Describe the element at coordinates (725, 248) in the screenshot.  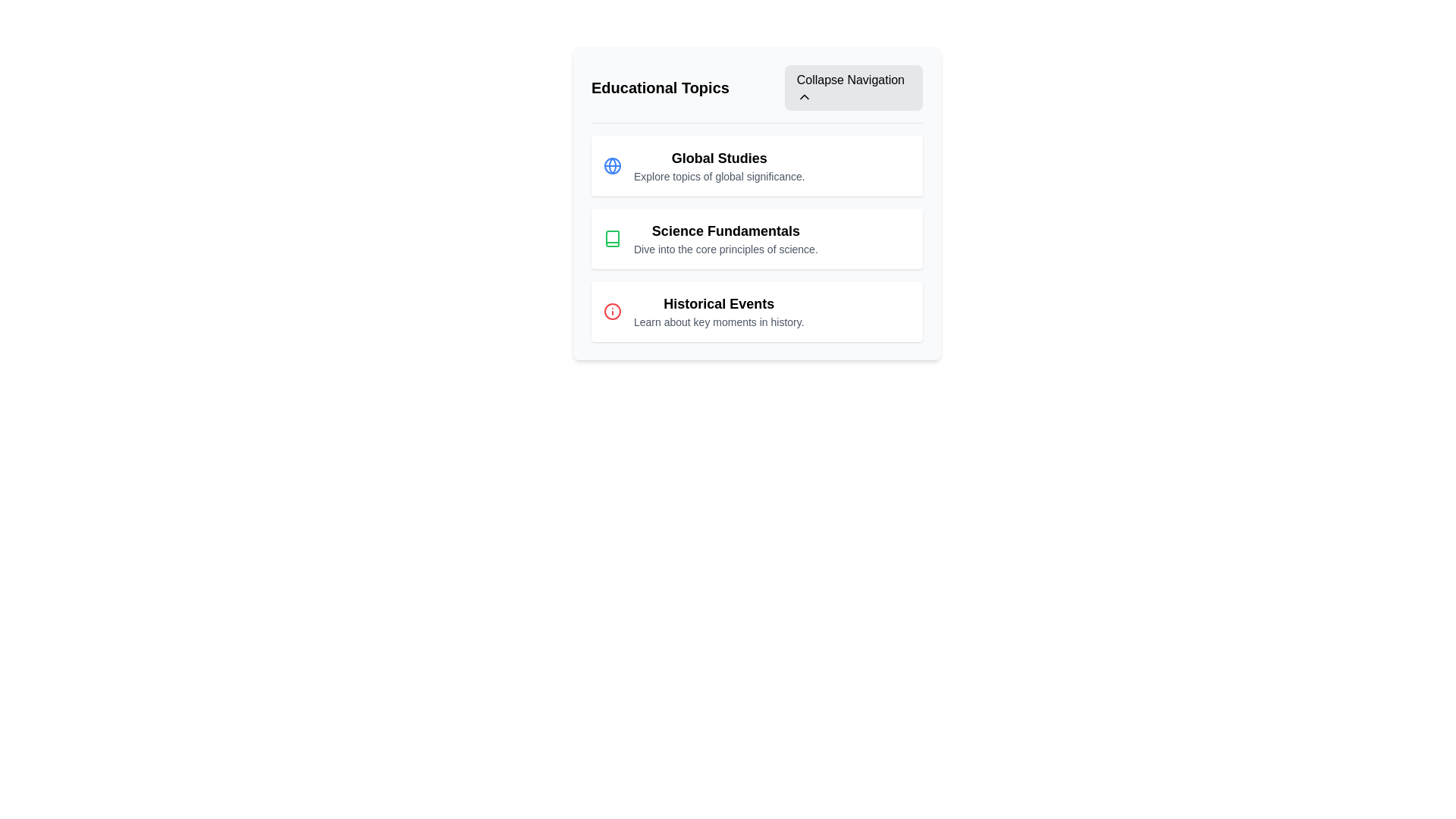
I see `the text label reading 'Dive into the core principles of science.' to potentially reveal additional information` at that location.